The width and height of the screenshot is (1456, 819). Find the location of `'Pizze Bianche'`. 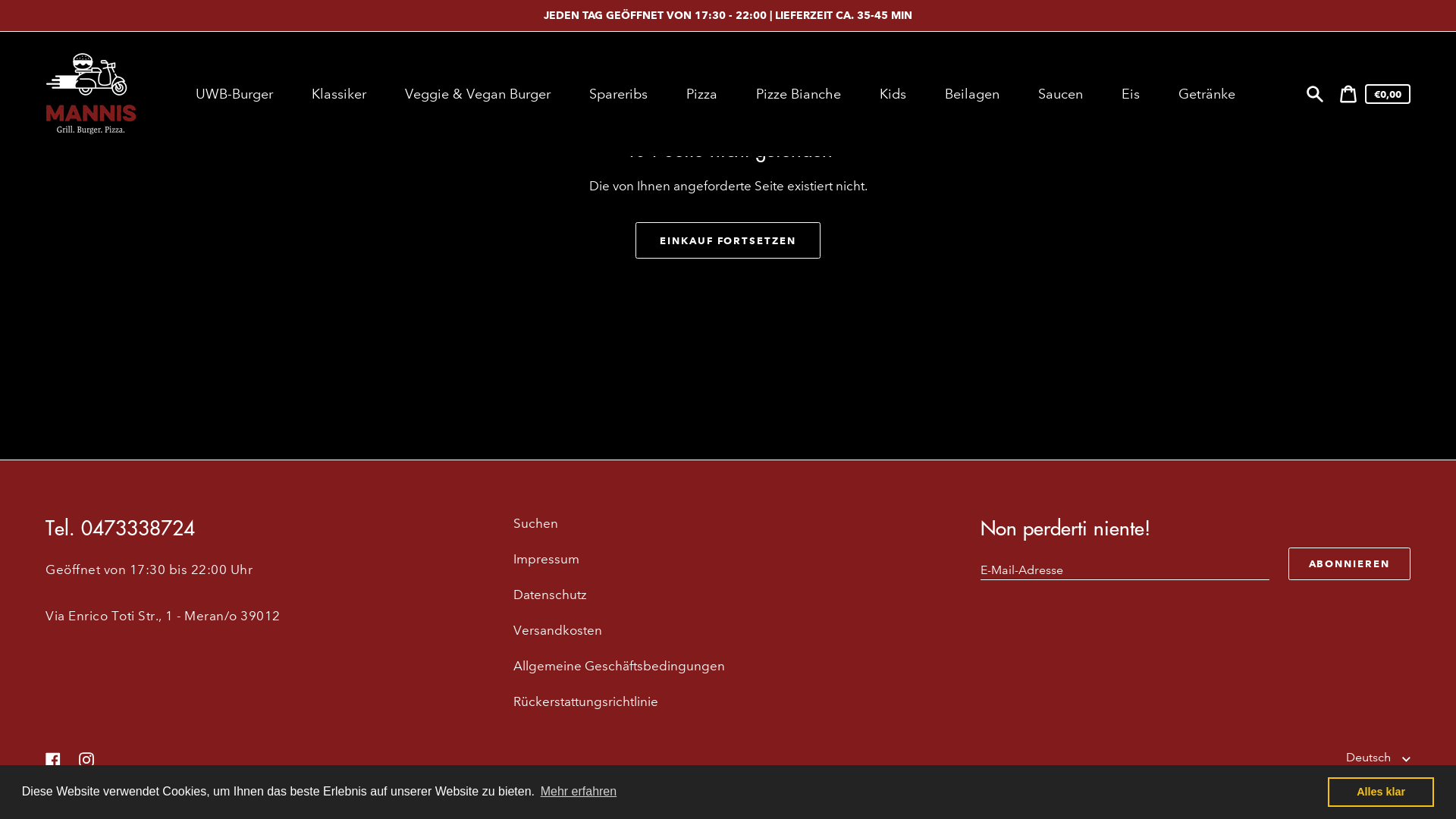

'Pizze Bianche' is located at coordinates (799, 93).